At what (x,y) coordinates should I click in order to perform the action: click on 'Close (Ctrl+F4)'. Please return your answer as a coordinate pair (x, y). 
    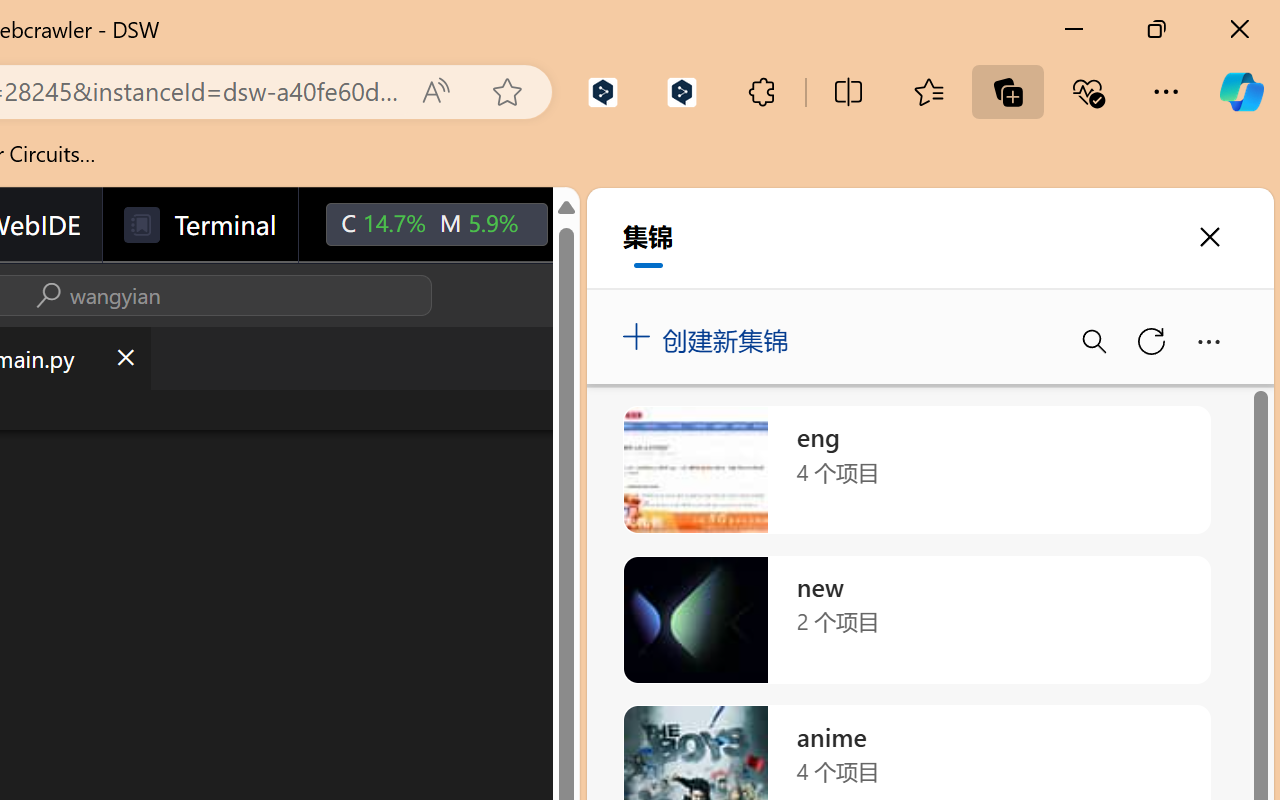
    Looking at the image, I should click on (123, 358).